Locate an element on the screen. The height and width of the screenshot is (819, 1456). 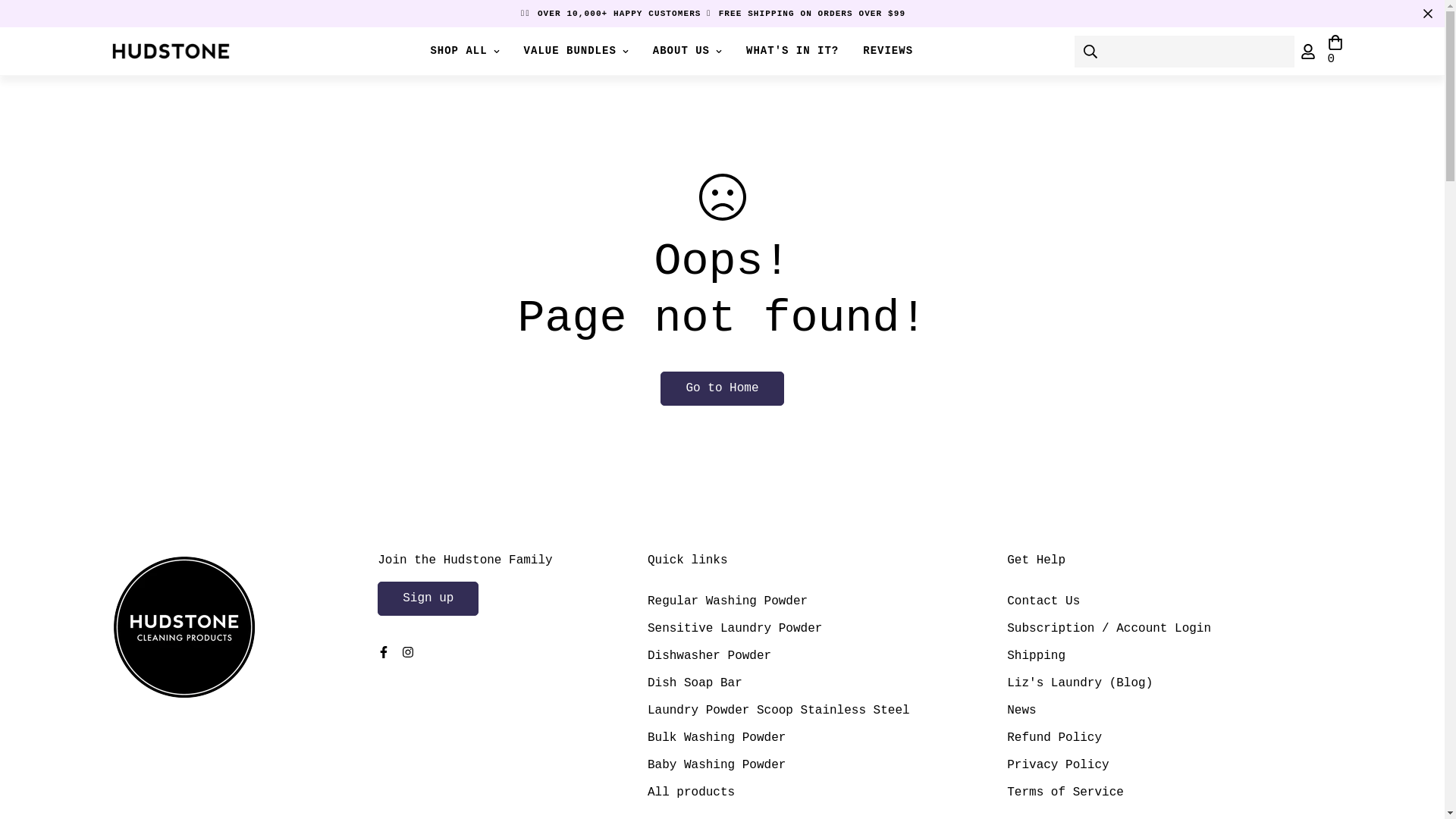
'Dishwasher Powder' is located at coordinates (708, 654).